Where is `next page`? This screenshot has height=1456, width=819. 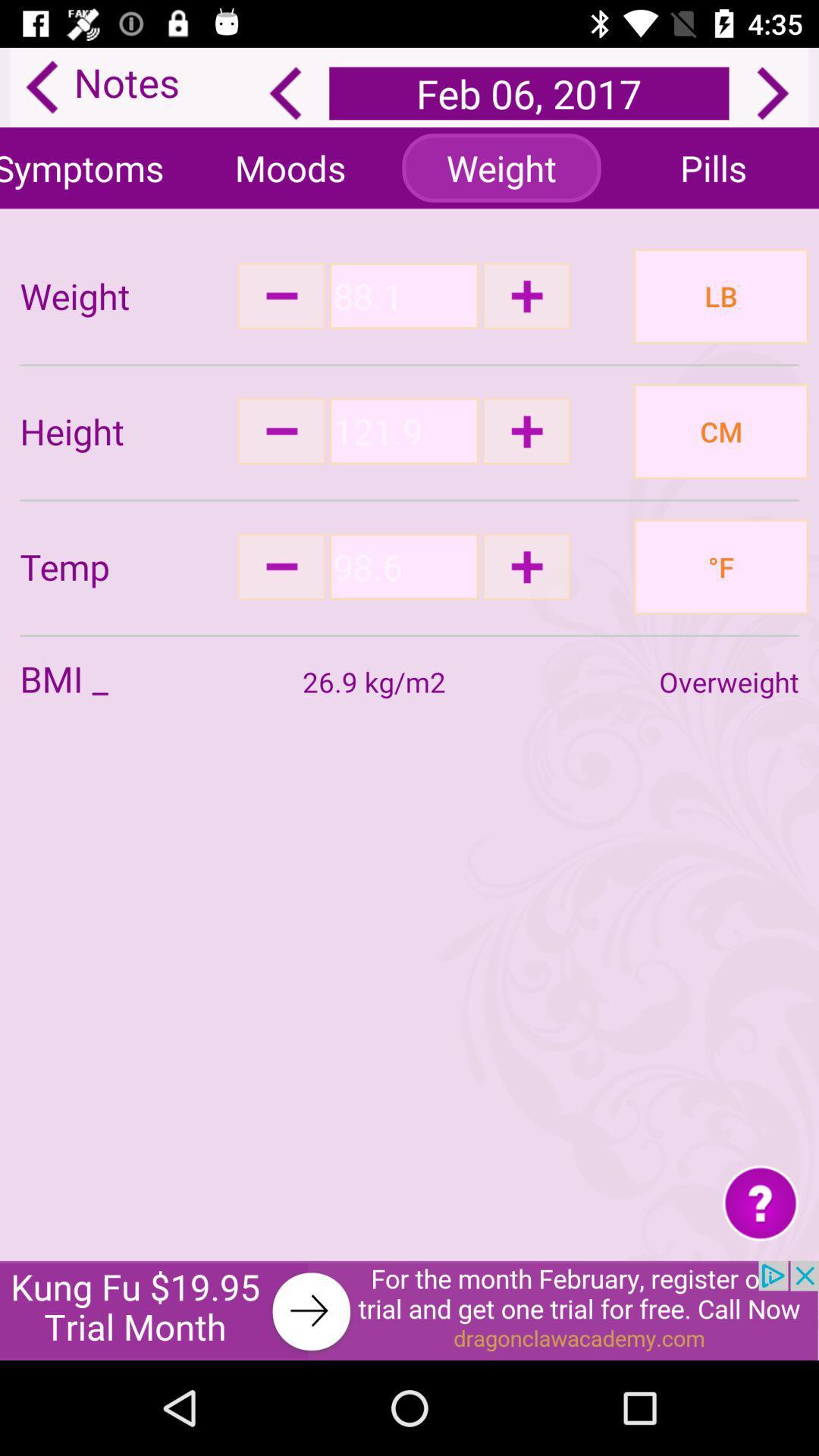 next page is located at coordinates (773, 93).